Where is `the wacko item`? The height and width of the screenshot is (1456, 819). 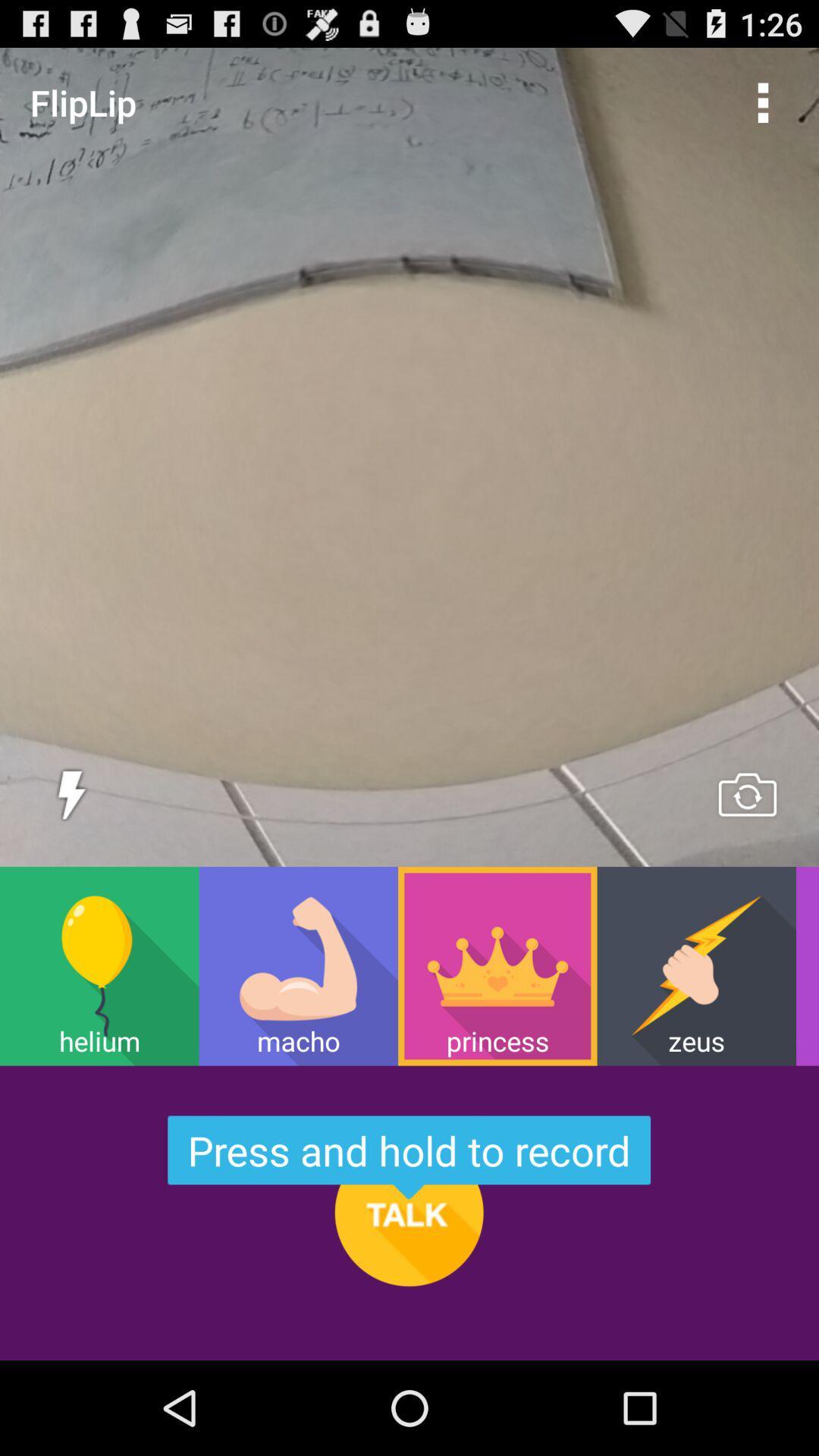
the wacko item is located at coordinates (806, 965).